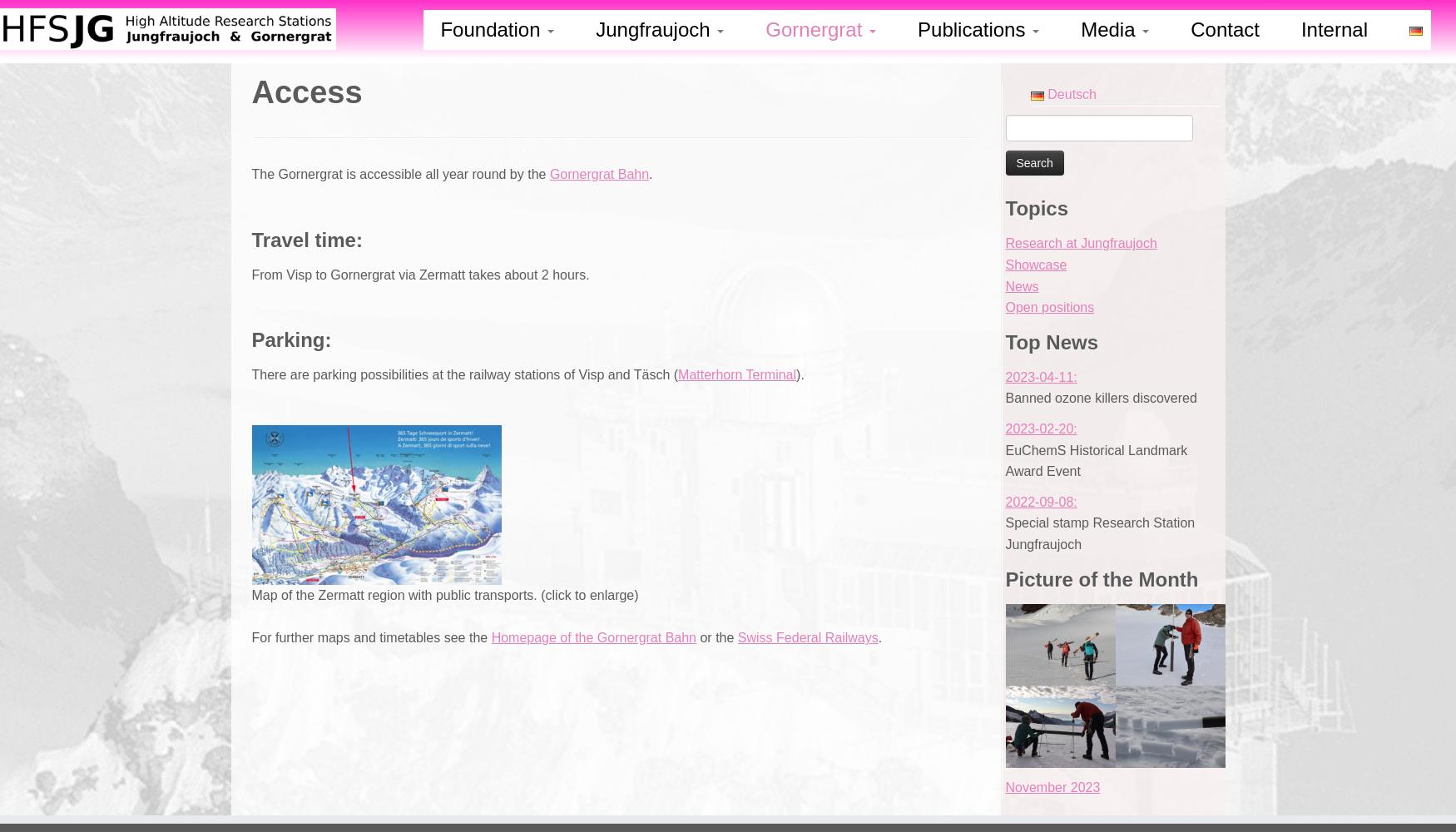 Image resolution: width=1456 pixels, height=832 pixels. What do you see at coordinates (1005, 428) in the screenshot?
I see `'2023-02-20:'` at bounding box center [1005, 428].